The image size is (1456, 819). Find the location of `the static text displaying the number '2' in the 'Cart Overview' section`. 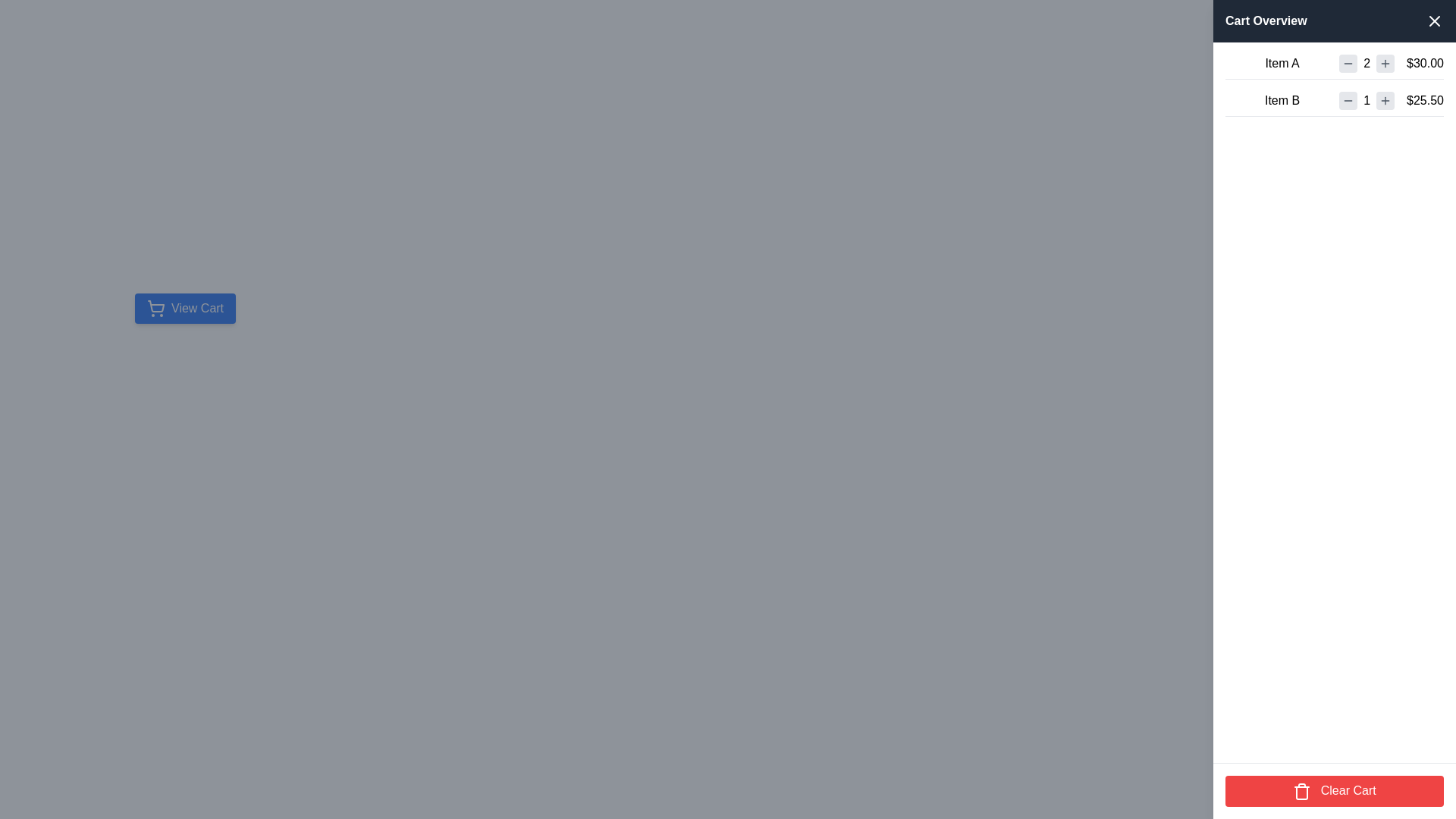

the static text displaying the number '2' in the 'Cart Overview' section is located at coordinates (1367, 63).